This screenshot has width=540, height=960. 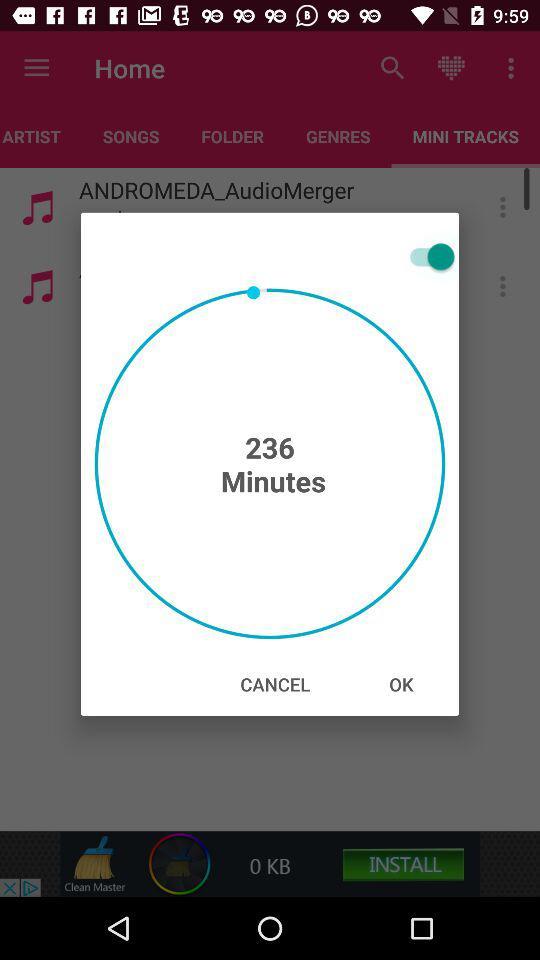 I want to click on the icon to the right of cancel, so click(x=401, y=684).